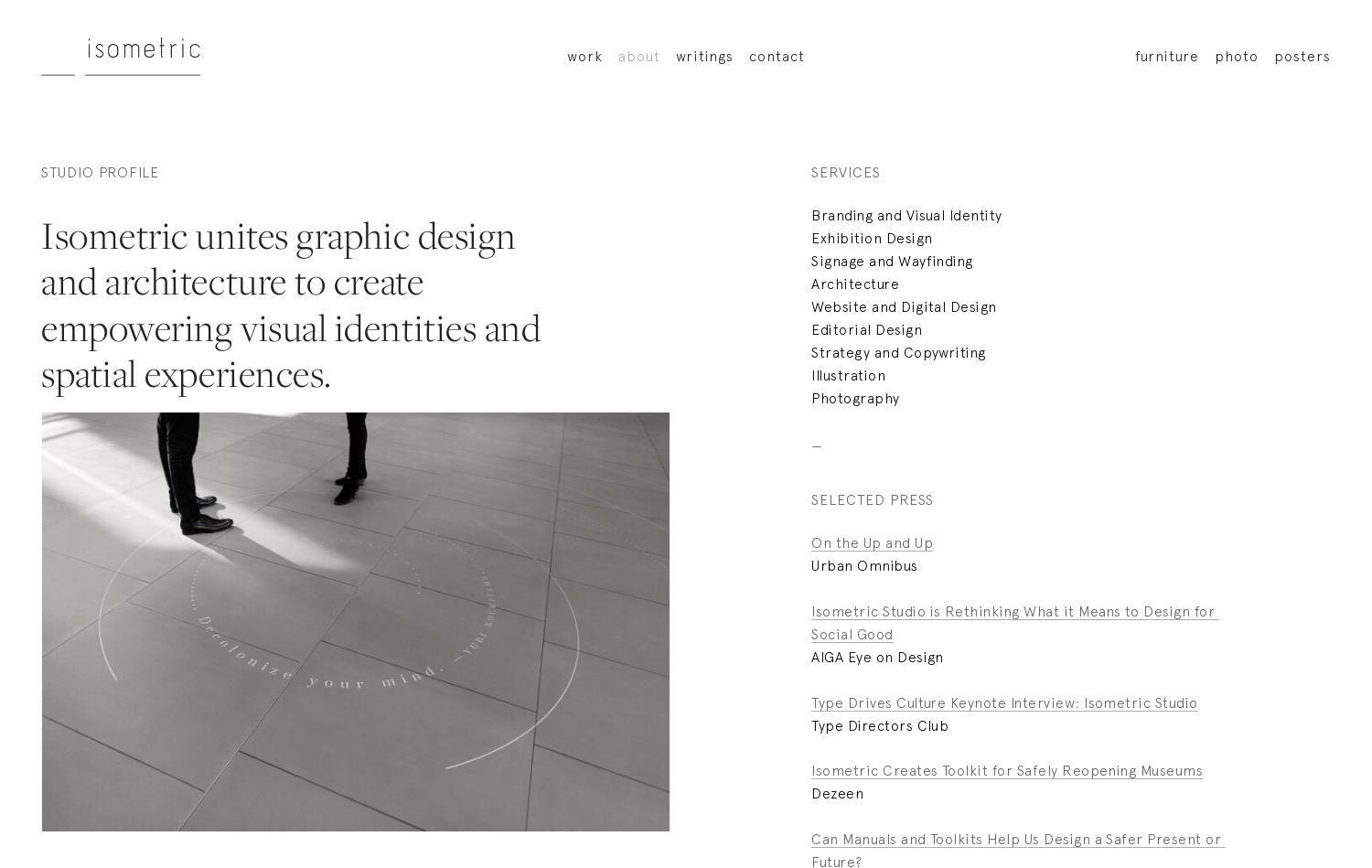 This screenshot has height=868, width=1372. Describe the element at coordinates (903, 305) in the screenshot. I see `'Website and Digital Design'` at that location.